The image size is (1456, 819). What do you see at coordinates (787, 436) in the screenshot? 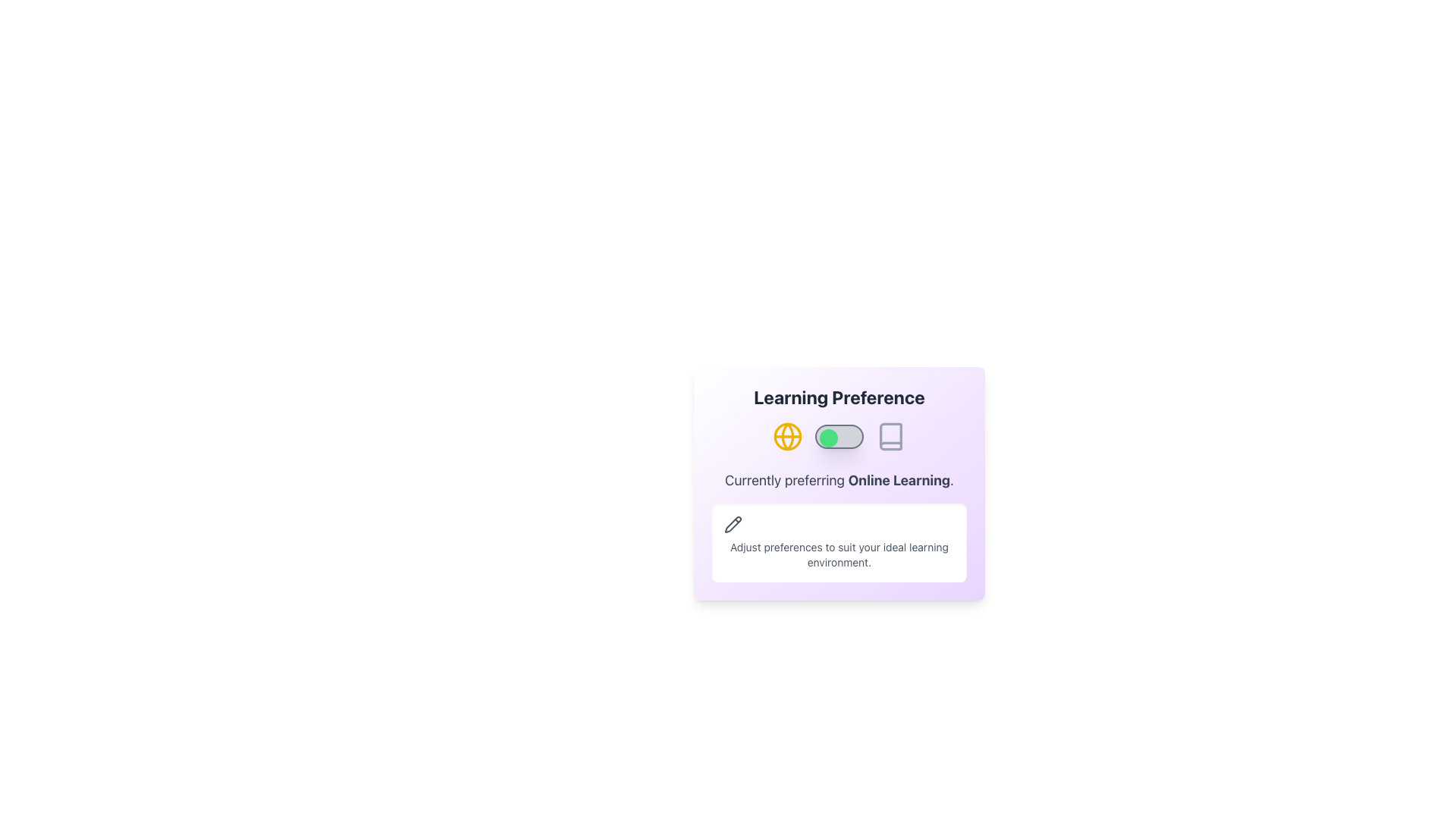
I see `the first icon in the 'Learning Preference' section, which represents the 'Online Learning' mode in the application` at bounding box center [787, 436].